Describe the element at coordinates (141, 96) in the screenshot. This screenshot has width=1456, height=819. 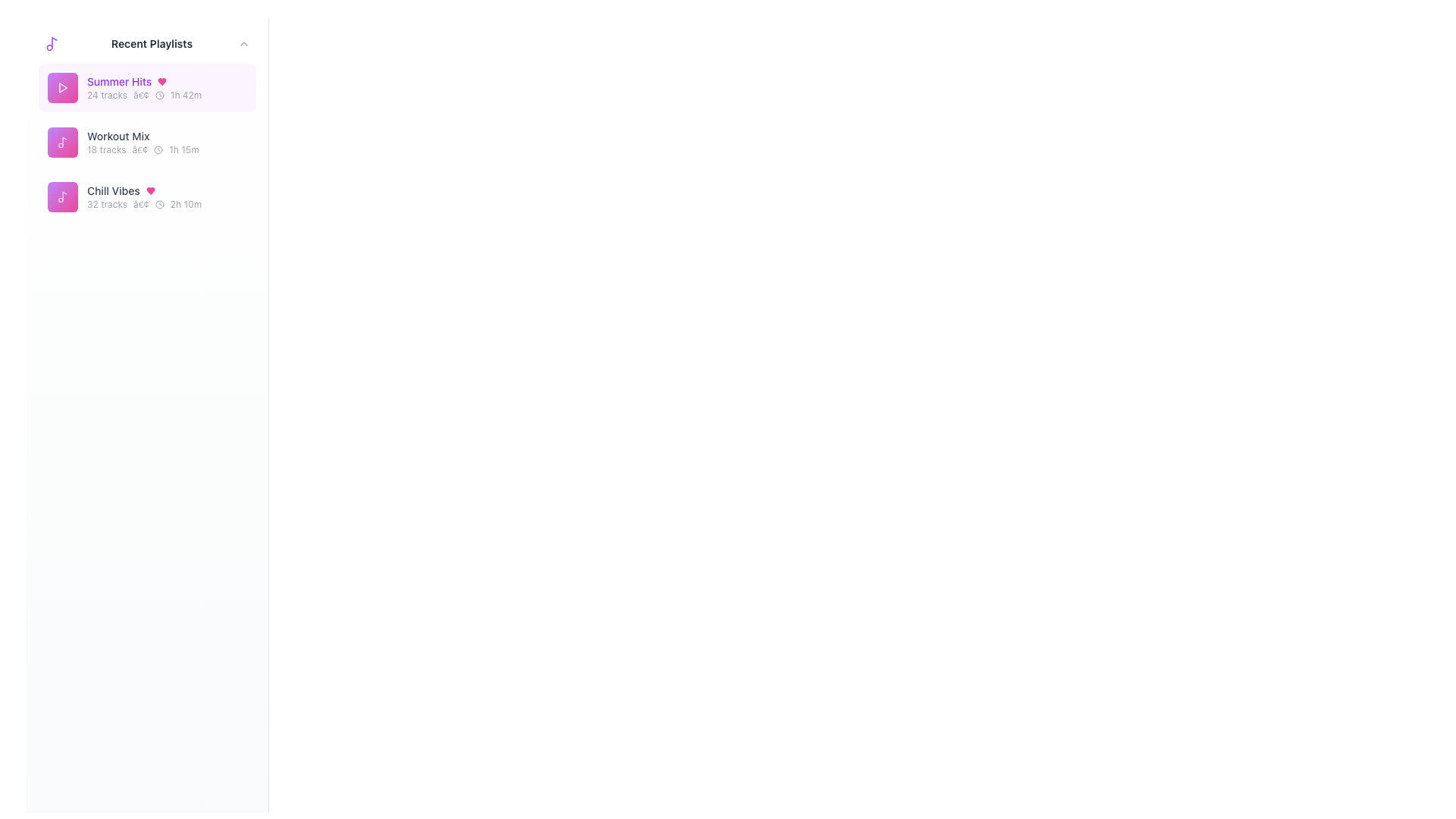
I see `the interpunct symbol ('•') located between '24 tracks' and the graphical clock icon in the 'Summer Hits' playlist of the 'Recent Playlists' section` at that location.